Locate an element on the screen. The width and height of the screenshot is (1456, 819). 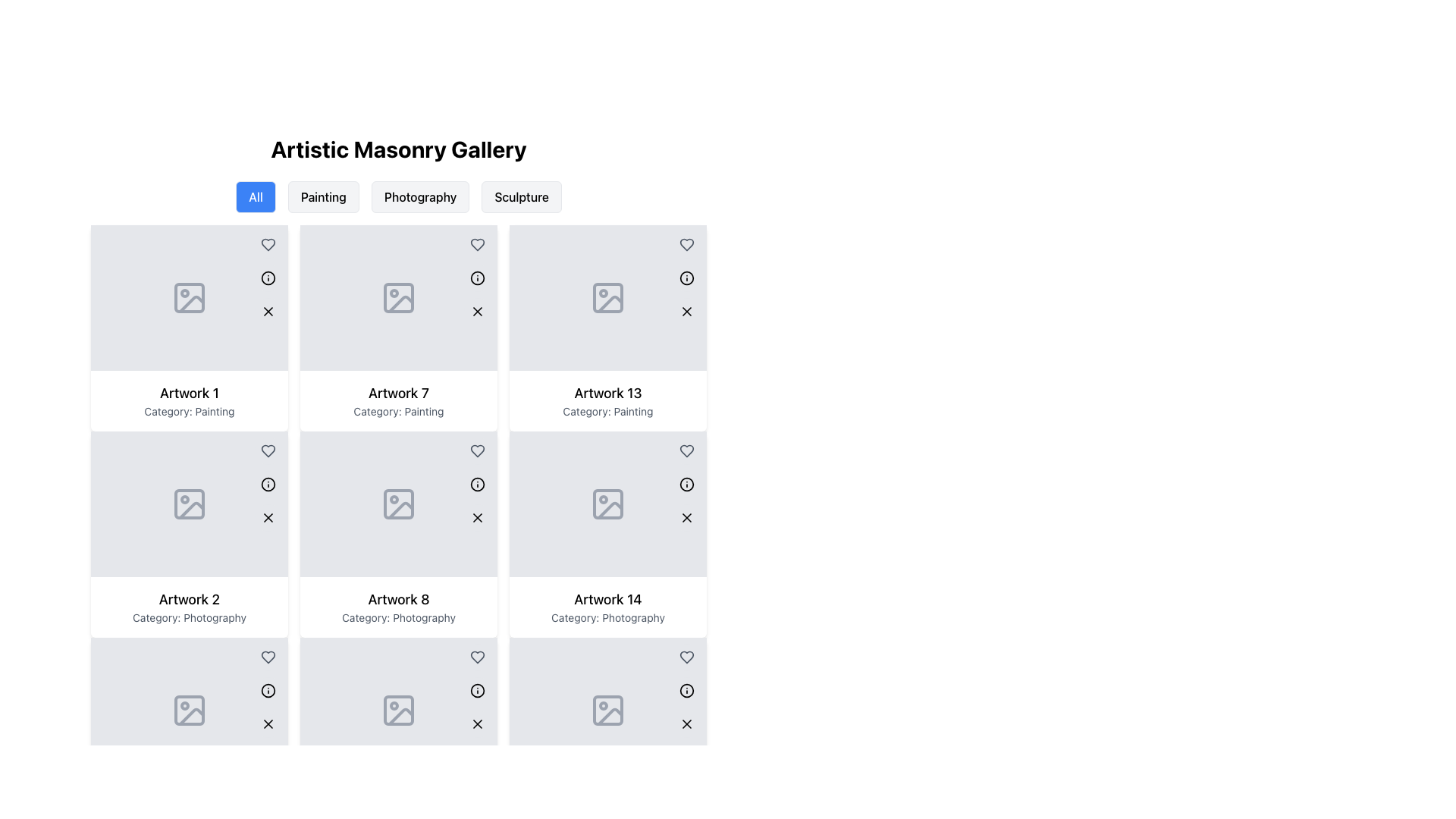
the Circular SVG component located at the top-right corner of the card labeled 'Artwork 13' is located at coordinates (686, 278).